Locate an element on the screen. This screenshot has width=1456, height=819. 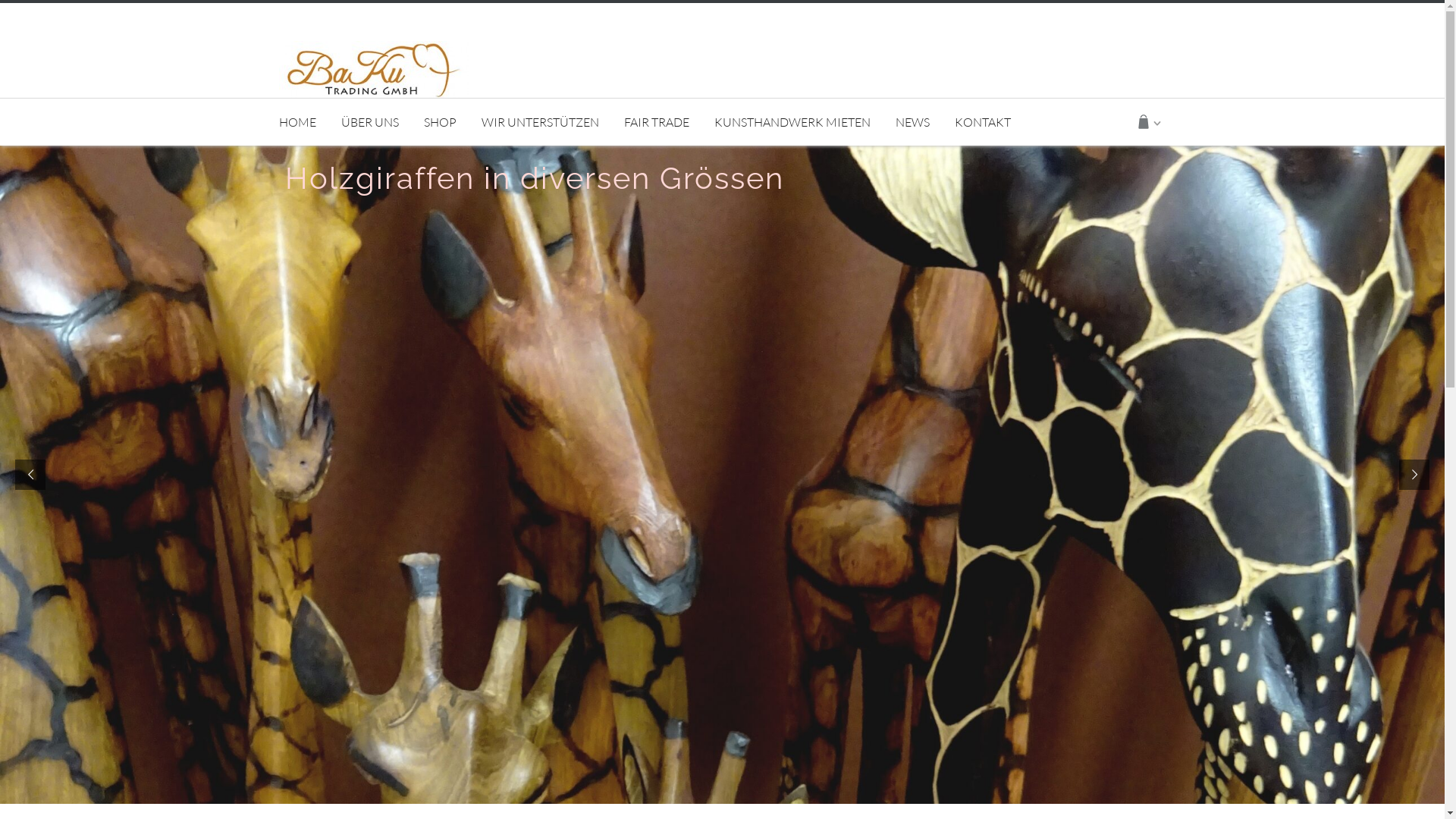
'FAIR TRADE' is located at coordinates (656, 121).